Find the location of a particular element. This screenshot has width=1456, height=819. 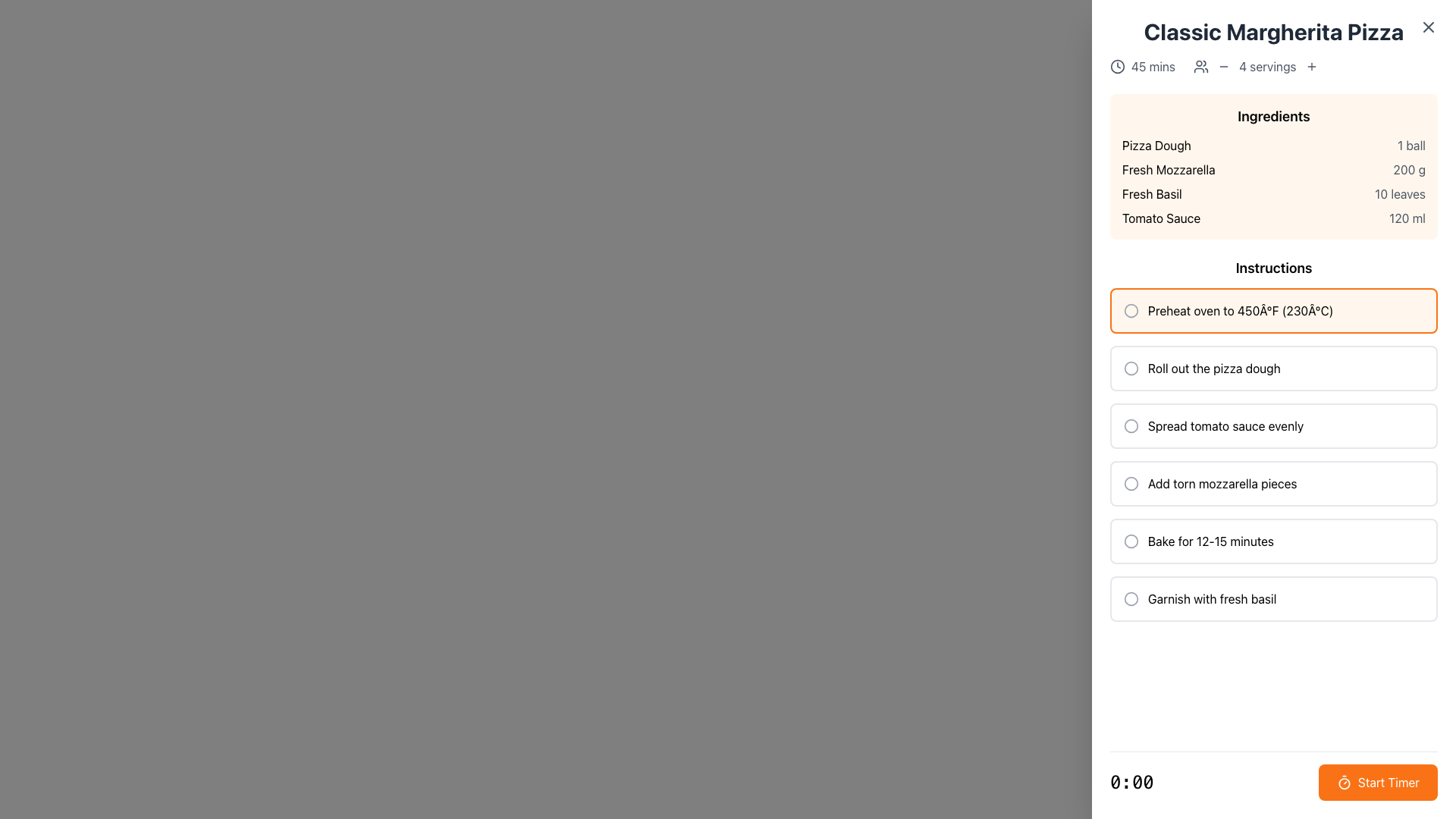

the second interactive button in the top-right corner of the serving size section to increase the serving count for the recipe is located at coordinates (1310, 66).